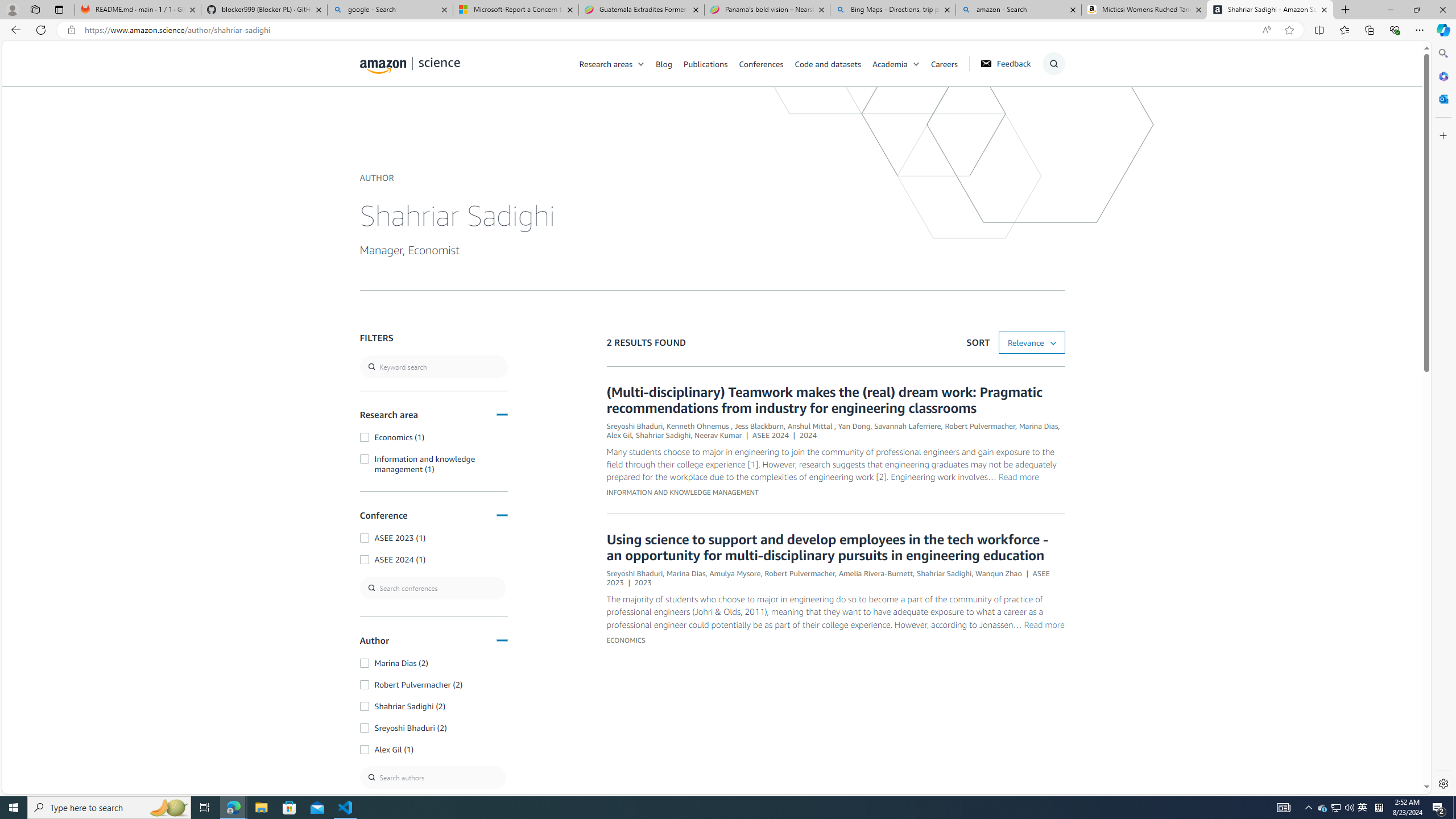  I want to click on 'Wanqun Zhao', so click(999, 573).